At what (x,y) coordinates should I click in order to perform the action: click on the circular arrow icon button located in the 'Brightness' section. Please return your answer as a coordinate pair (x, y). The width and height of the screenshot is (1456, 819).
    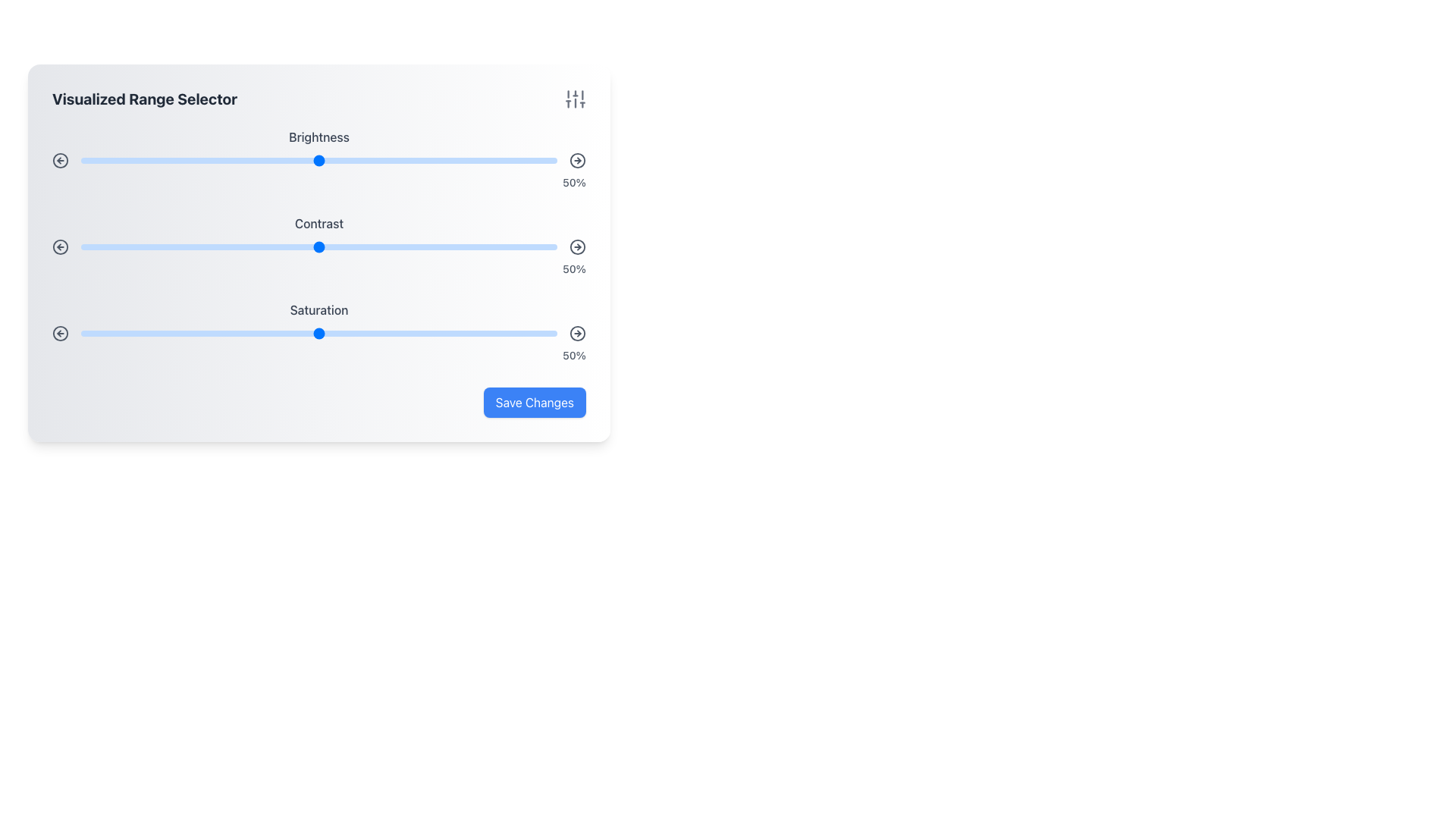
    Looking at the image, I should click on (61, 161).